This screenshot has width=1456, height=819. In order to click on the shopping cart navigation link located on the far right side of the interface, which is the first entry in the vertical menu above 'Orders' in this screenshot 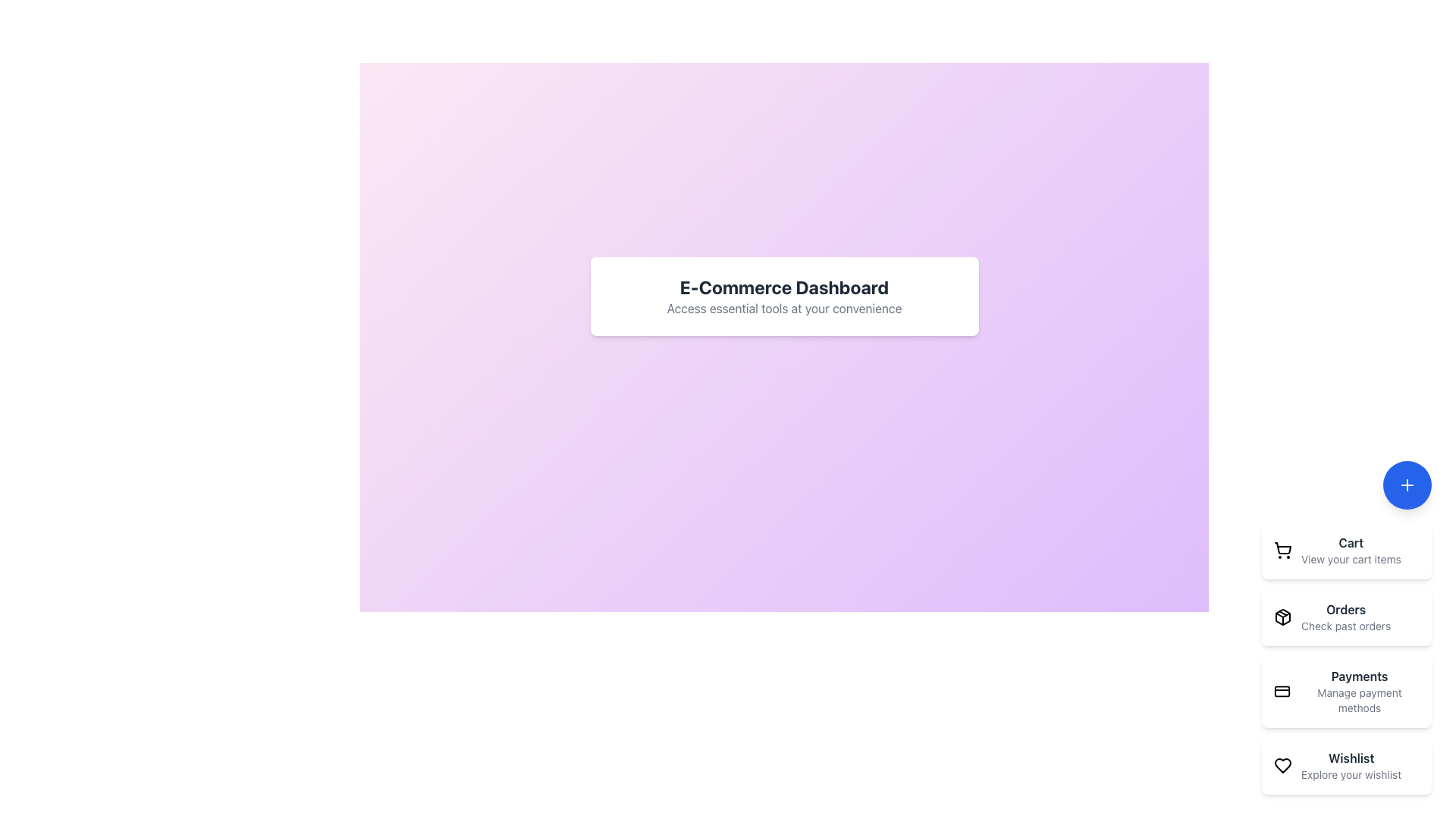, I will do `click(1351, 550)`.